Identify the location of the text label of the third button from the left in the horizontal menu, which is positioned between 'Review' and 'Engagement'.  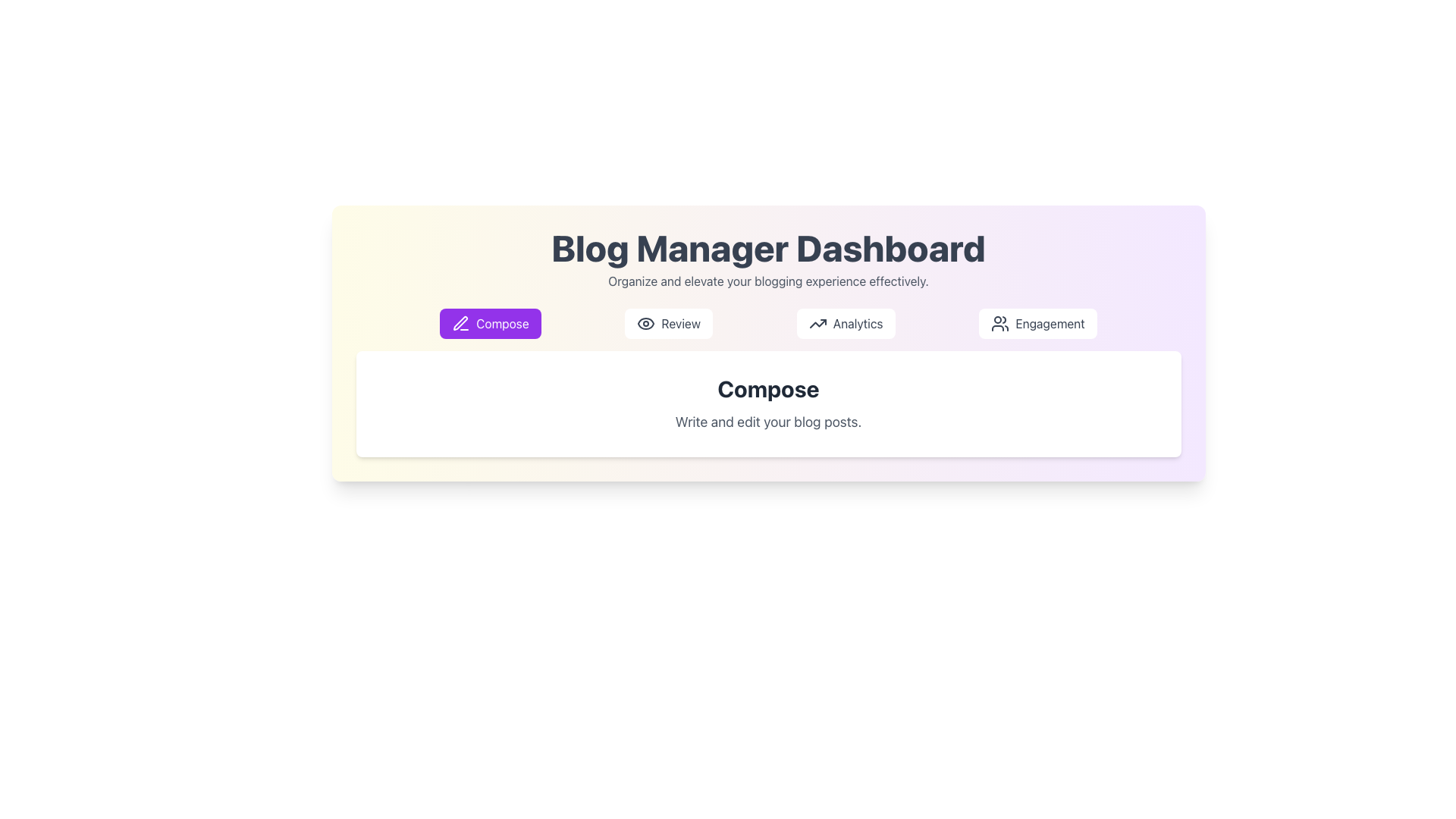
(858, 323).